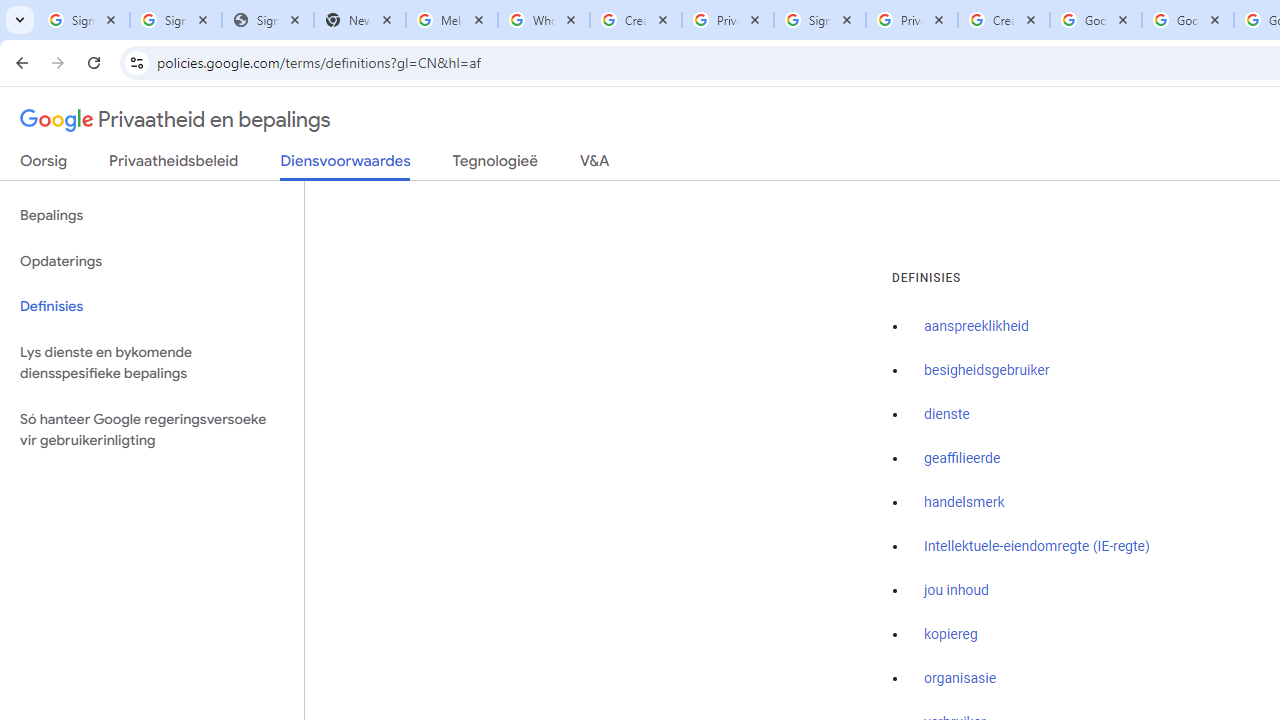 This screenshot has height=720, width=1280. What do you see at coordinates (950, 634) in the screenshot?
I see `'kopiereg'` at bounding box center [950, 634].